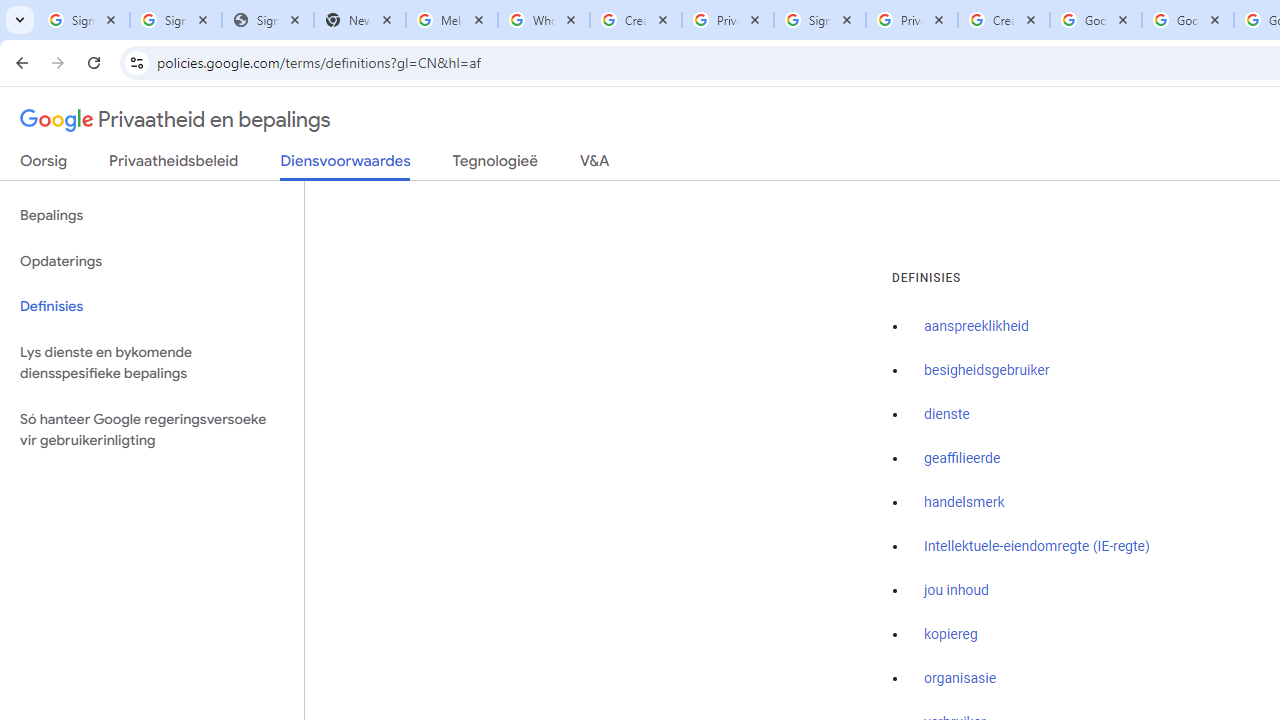 This screenshot has height=720, width=1280. What do you see at coordinates (950, 634) in the screenshot?
I see `'kopiereg'` at bounding box center [950, 634].